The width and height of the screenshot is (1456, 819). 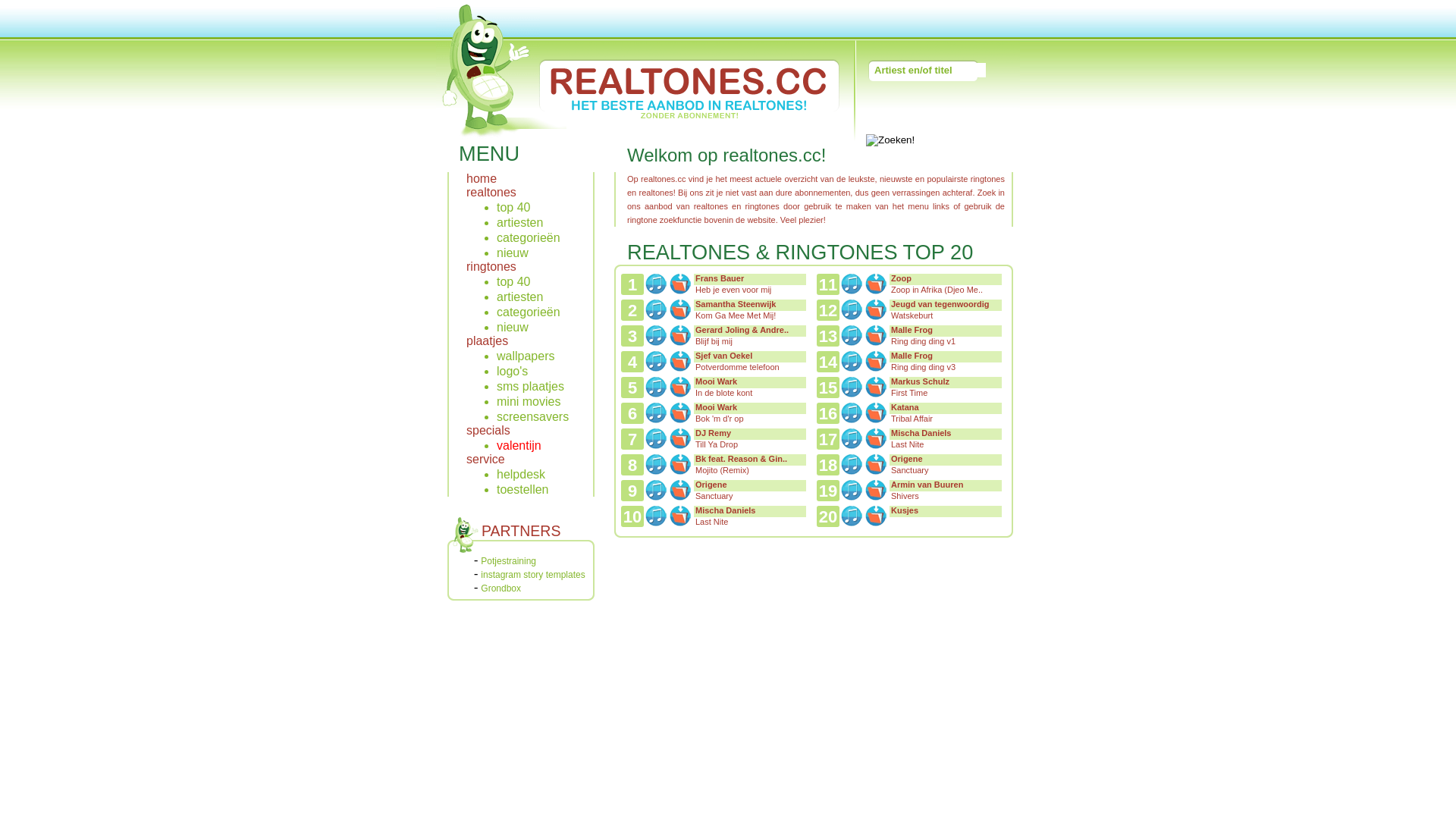 What do you see at coordinates (694, 304) in the screenshot?
I see `'Samantha Steenwijk'` at bounding box center [694, 304].